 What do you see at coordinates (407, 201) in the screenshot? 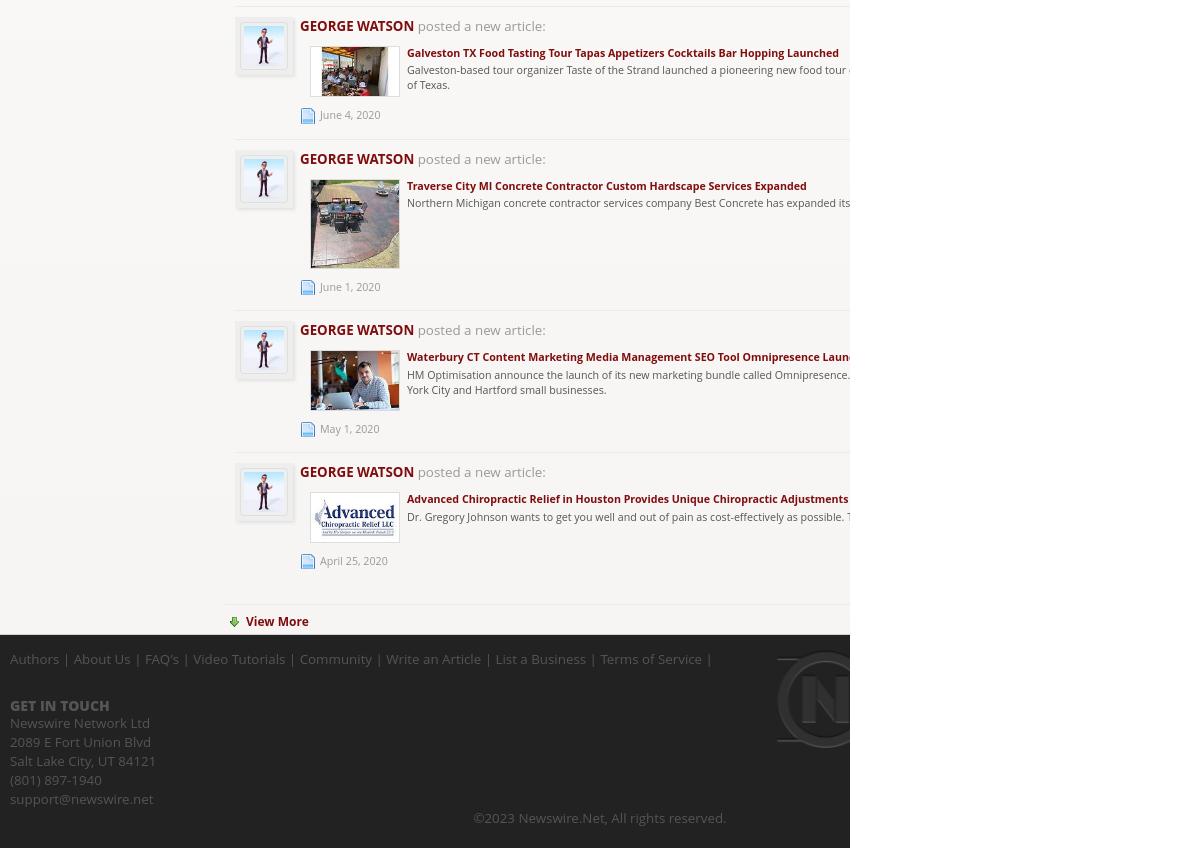
I see `'Northern Michigan concrete contractor services company Best Concrete has expanded its service area for custom concrete hardscape services.'` at bounding box center [407, 201].